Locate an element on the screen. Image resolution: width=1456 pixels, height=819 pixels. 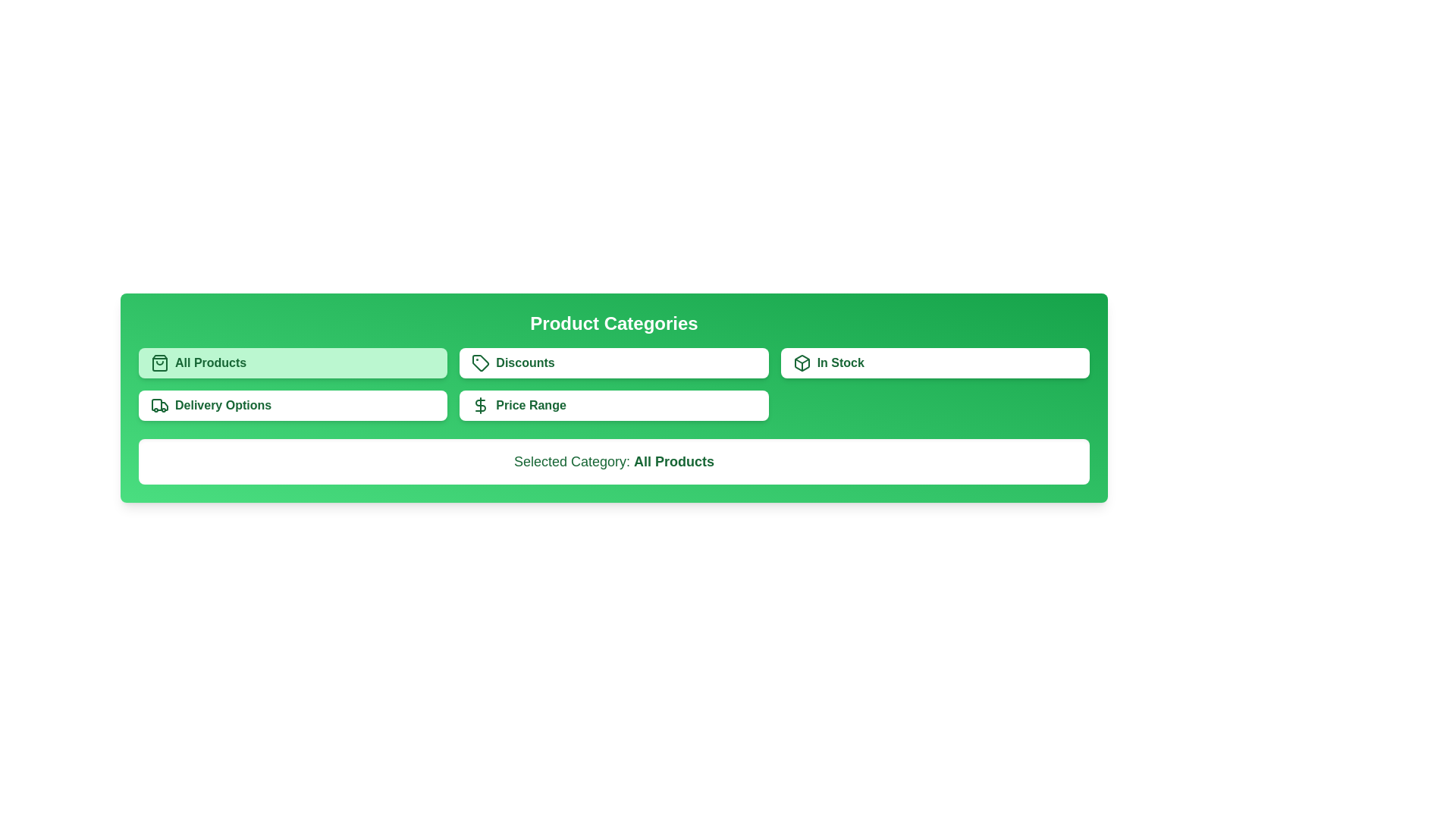
the 'All Products' button is located at coordinates (293, 362).